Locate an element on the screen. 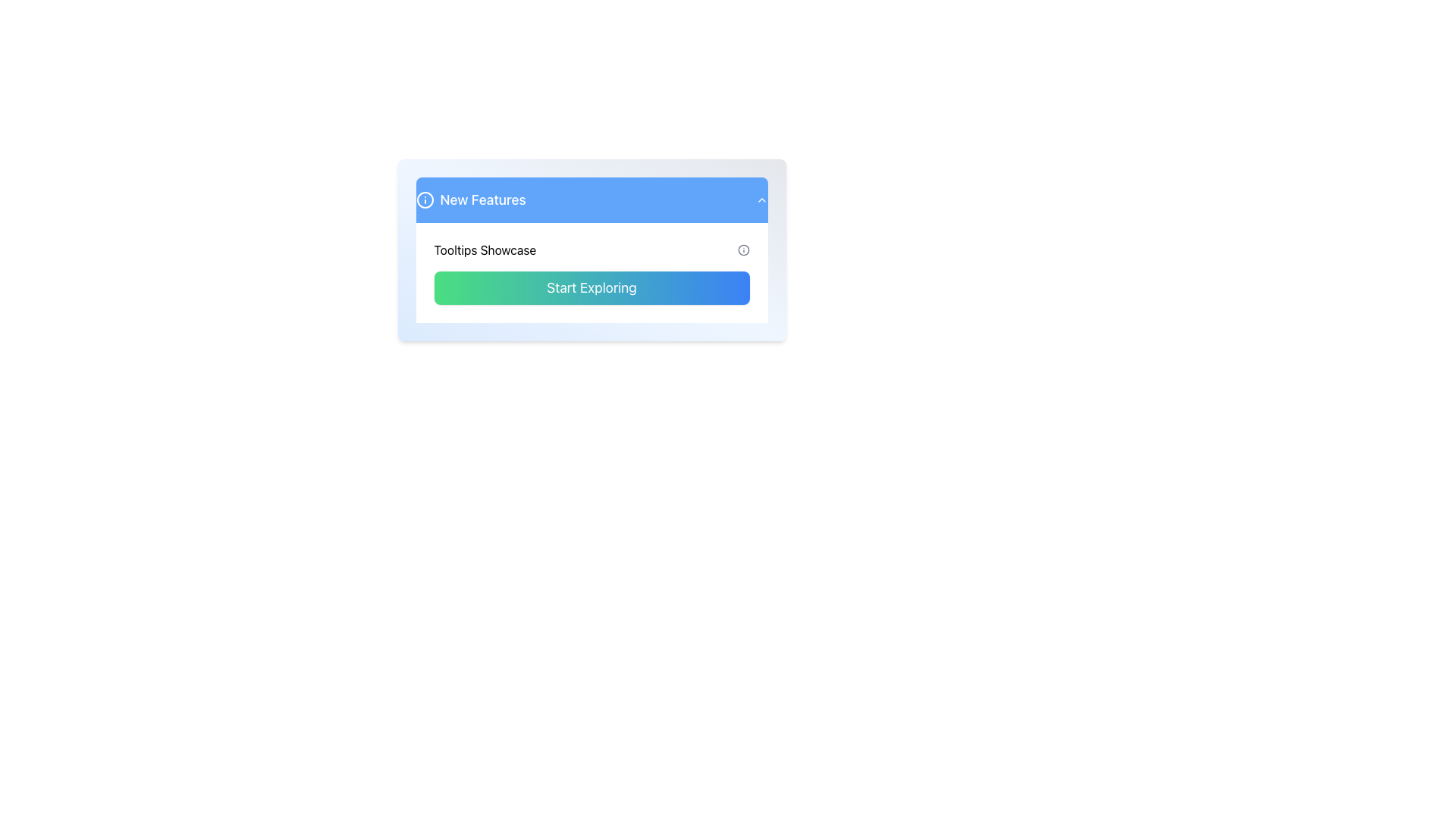 The width and height of the screenshot is (1456, 819). the upward-pointing chevron icon located in the upper right corner of the 'New Features' header is located at coordinates (761, 199).